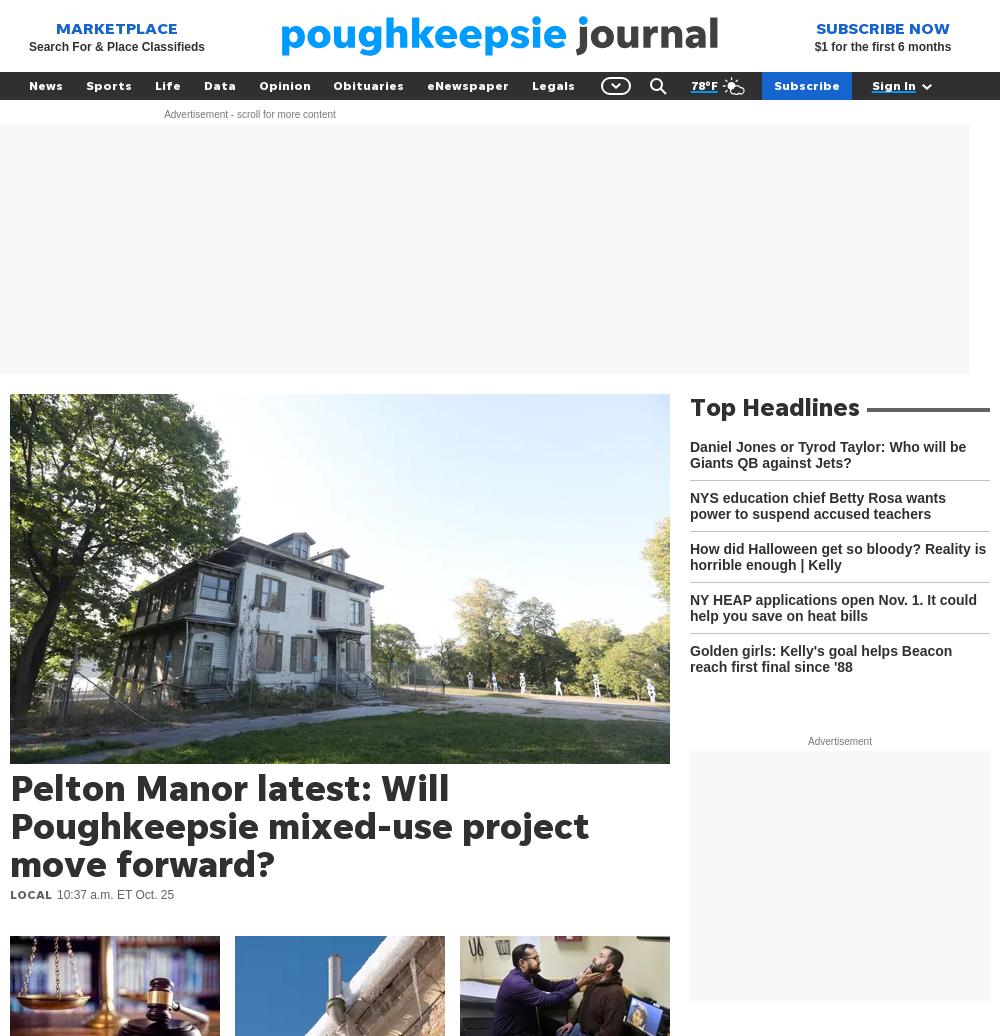 The image size is (1000, 1036). What do you see at coordinates (820, 658) in the screenshot?
I see `'Golden girls: Kelly's goal helps Beacon reach first final since '88'` at bounding box center [820, 658].